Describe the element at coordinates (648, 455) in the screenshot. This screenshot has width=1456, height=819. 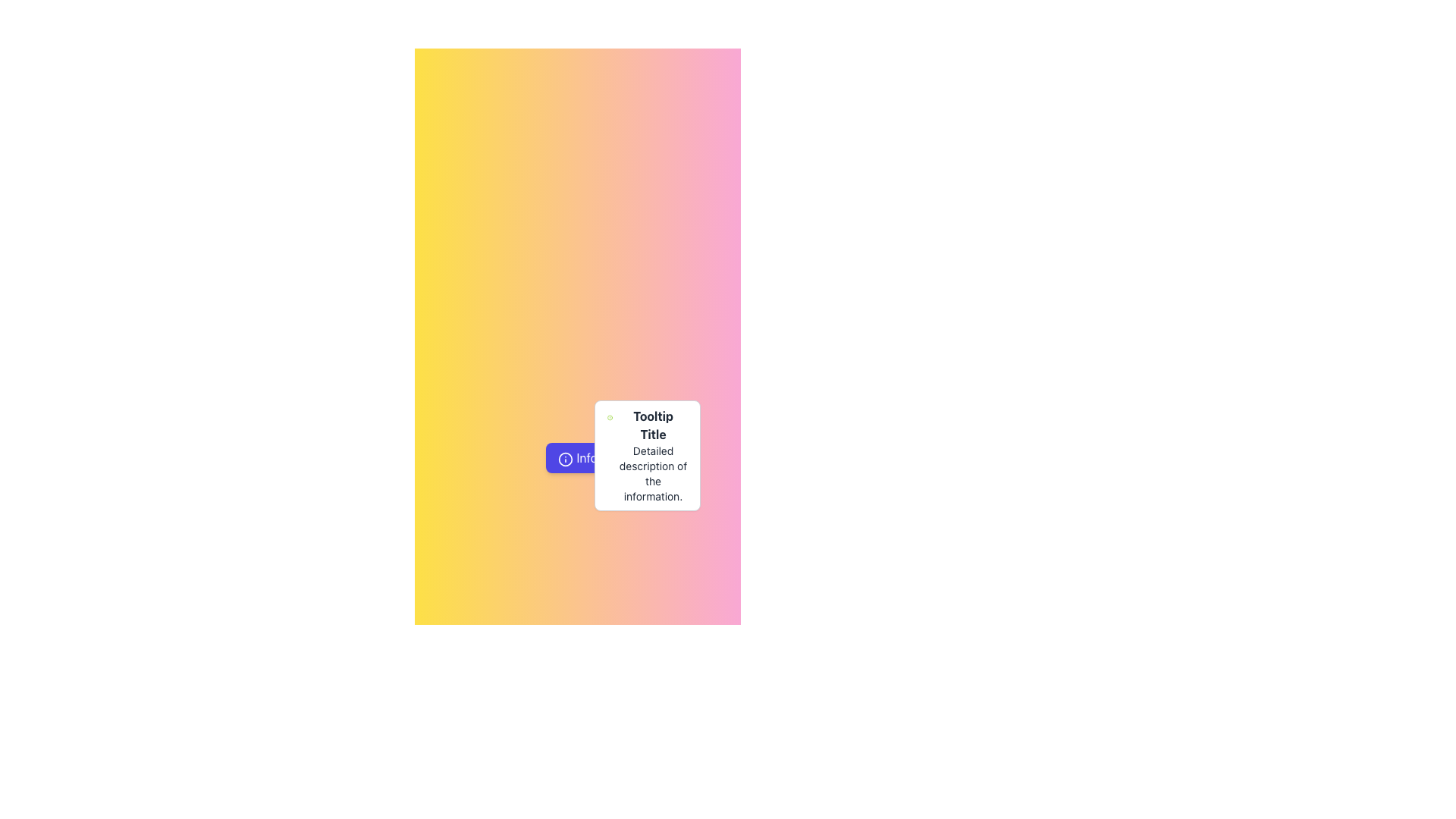
I see `the tooltip containing the title 'Tooltip Title' and description 'Detailed description of the information.' which appears above the 'Info' button` at that location.